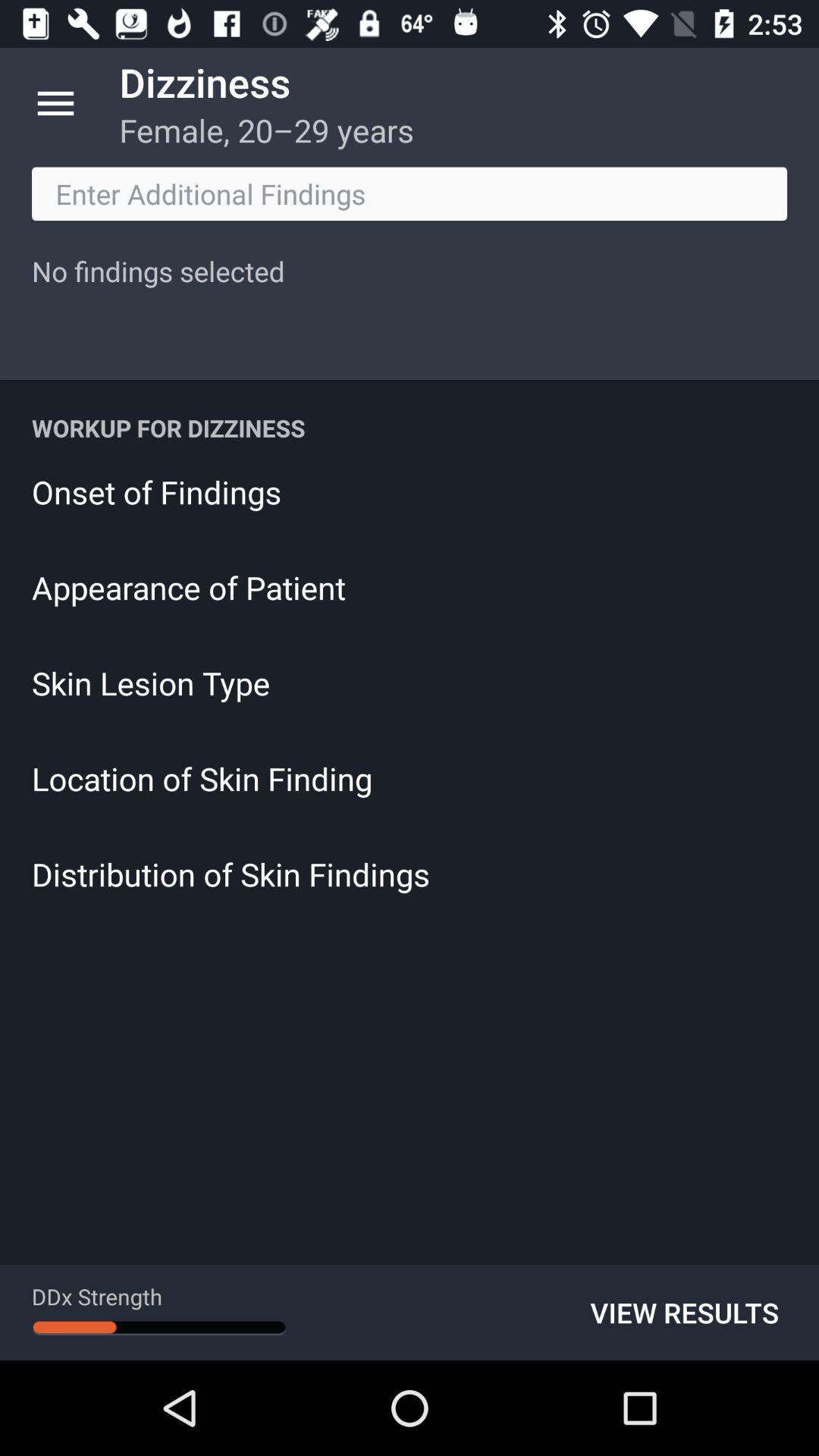 The height and width of the screenshot is (1456, 819). Describe the element at coordinates (409, 427) in the screenshot. I see `the icon above the onset of findings` at that location.